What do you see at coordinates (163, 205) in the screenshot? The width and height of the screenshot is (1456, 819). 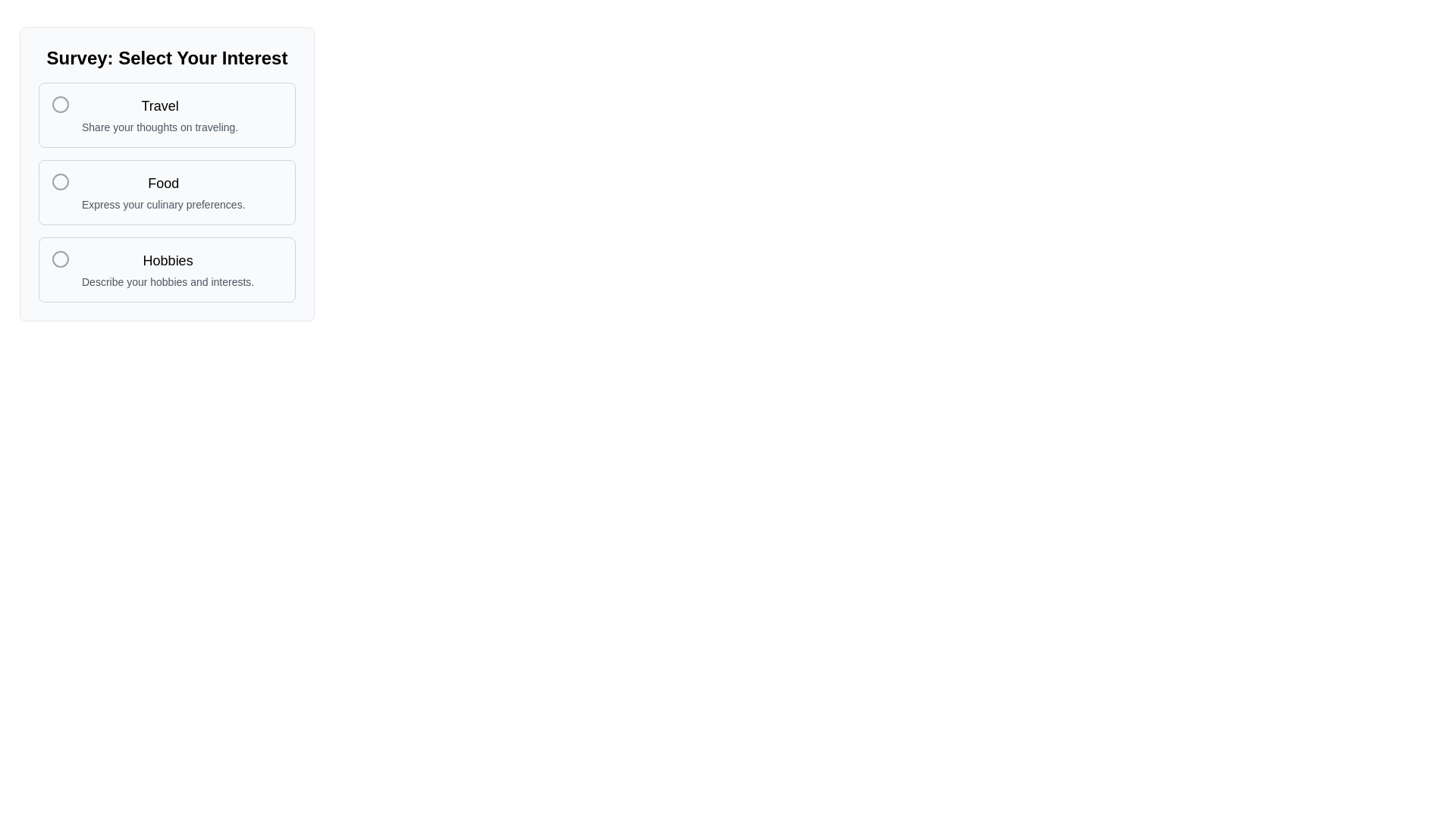 I see `the descriptive text element providing context for the topic 'Food', located below the main text 'Food' in the survey section` at bounding box center [163, 205].